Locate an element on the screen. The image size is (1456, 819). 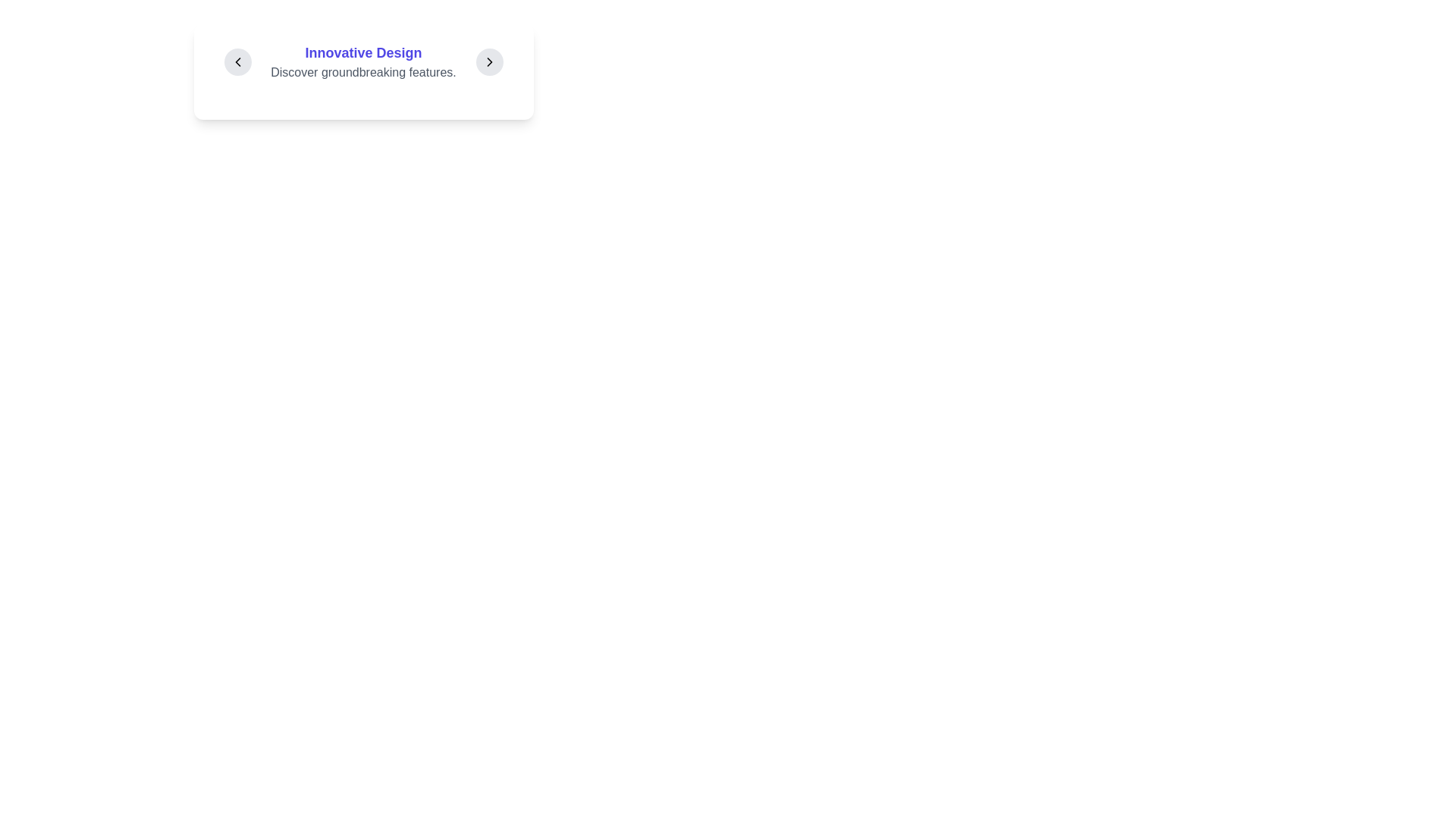
the second navigation indicator, a small circular solid-colored dot below the text 'Innovative Design', for accessibility navigation is located at coordinates (362, 97).